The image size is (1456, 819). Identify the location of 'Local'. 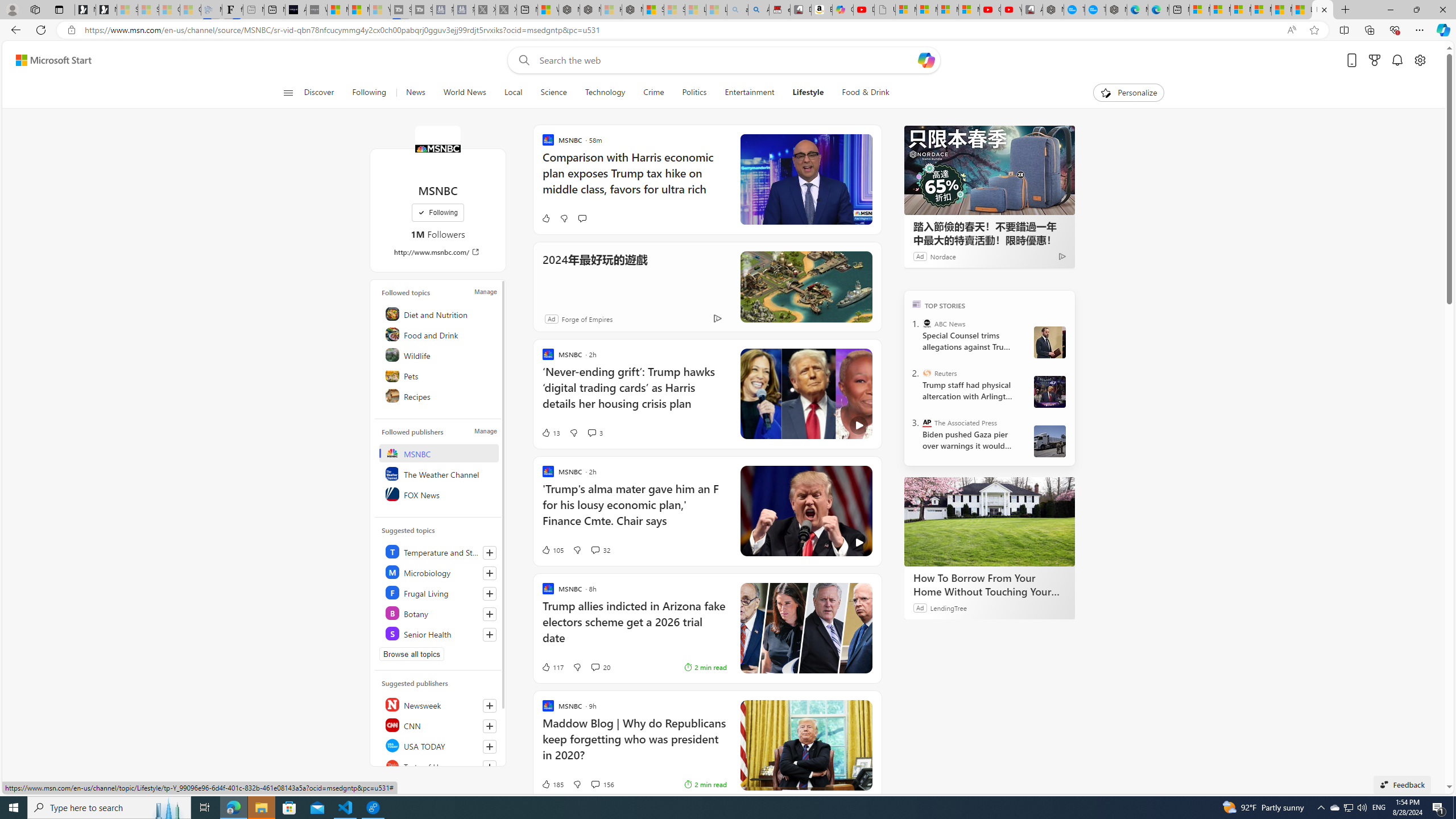
(512, 92).